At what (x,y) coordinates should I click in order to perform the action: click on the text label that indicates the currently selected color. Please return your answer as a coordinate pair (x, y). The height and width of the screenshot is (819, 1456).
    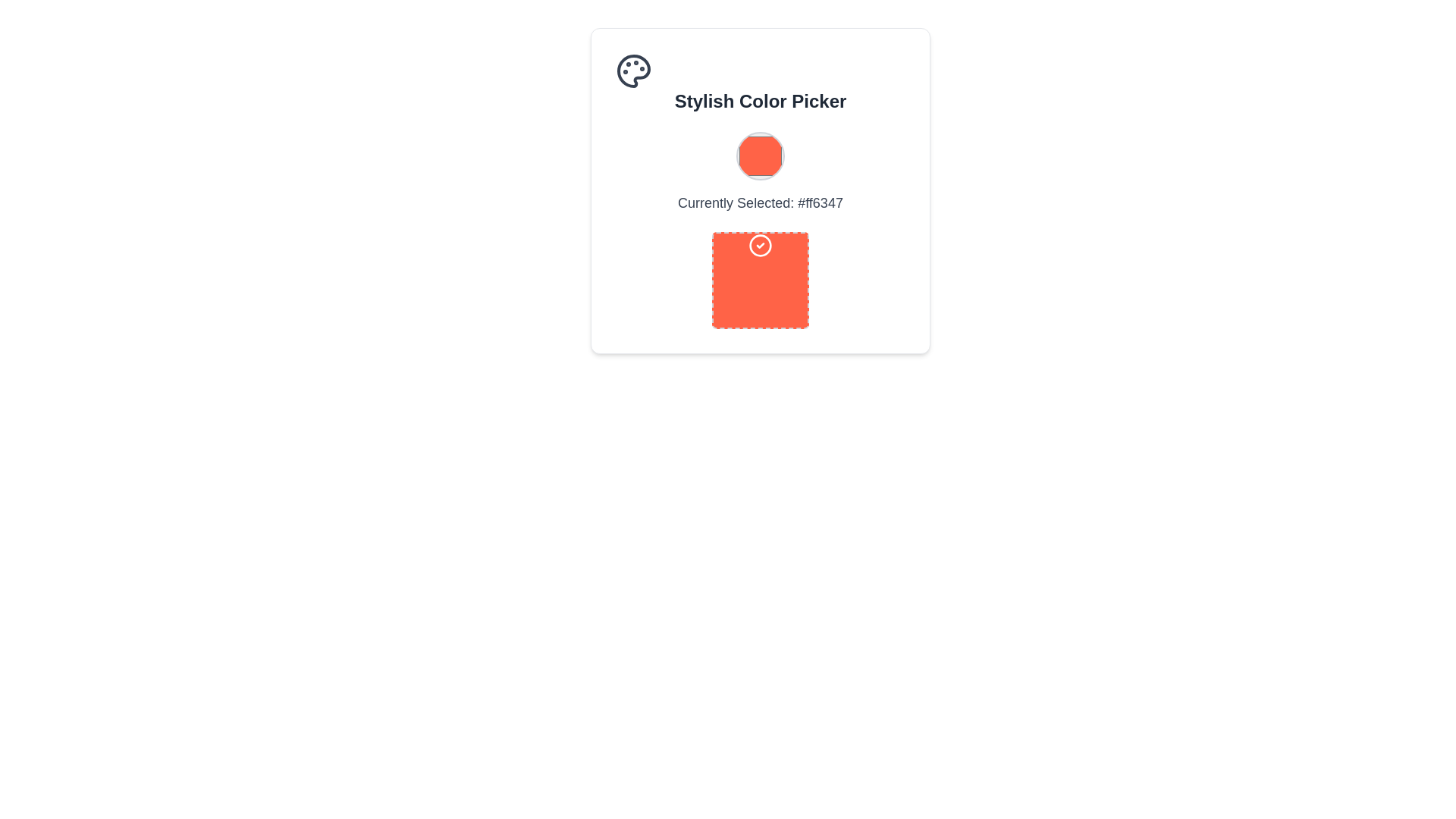
    Looking at the image, I should click on (761, 231).